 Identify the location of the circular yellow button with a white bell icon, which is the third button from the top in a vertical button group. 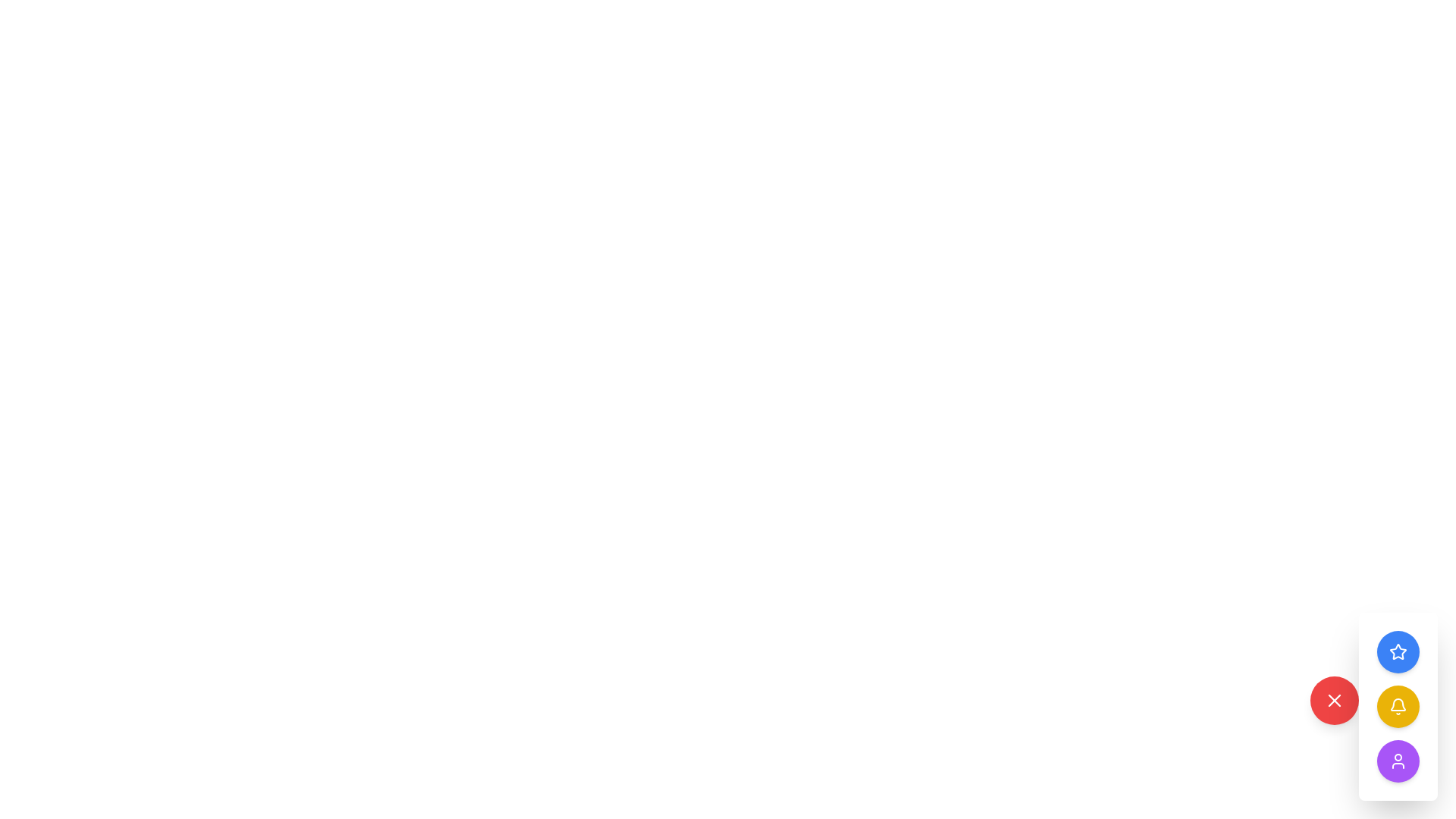
(1397, 707).